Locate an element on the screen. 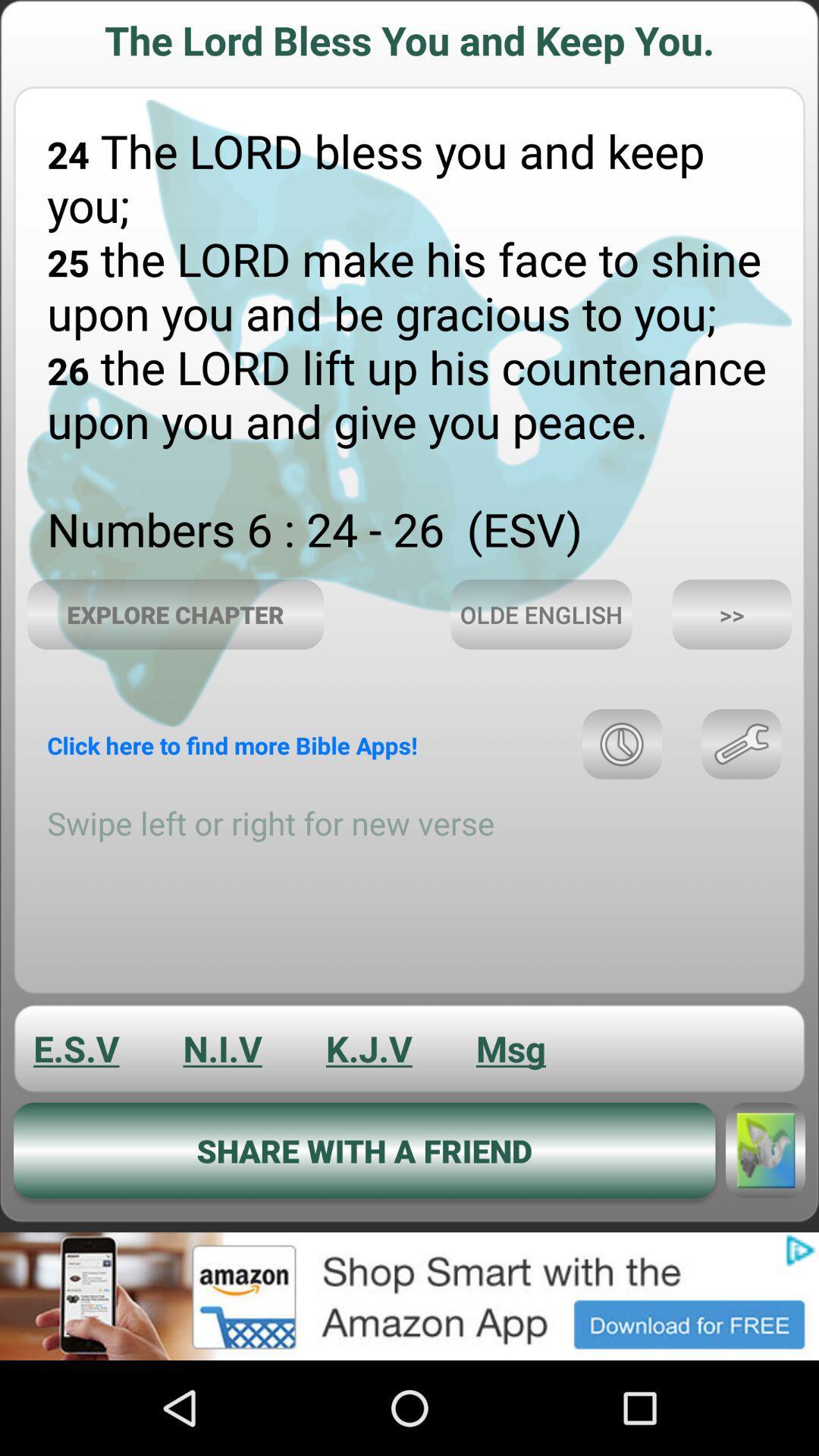  the text below explore chapter is located at coordinates (232, 745).